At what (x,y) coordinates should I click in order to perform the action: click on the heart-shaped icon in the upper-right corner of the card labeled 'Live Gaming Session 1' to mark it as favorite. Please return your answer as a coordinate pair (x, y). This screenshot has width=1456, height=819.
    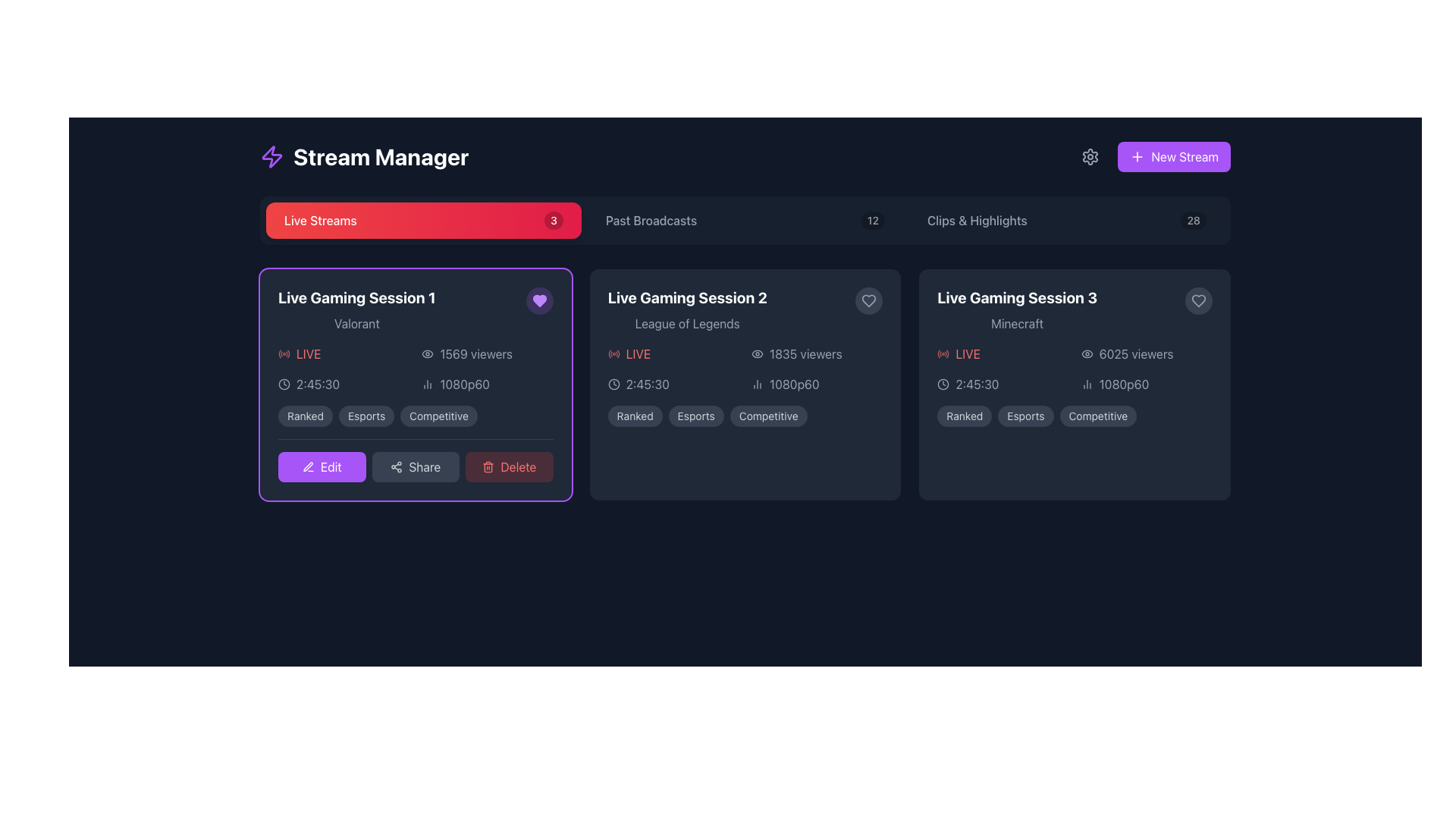
    Looking at the image, I should click on (1197, 301).